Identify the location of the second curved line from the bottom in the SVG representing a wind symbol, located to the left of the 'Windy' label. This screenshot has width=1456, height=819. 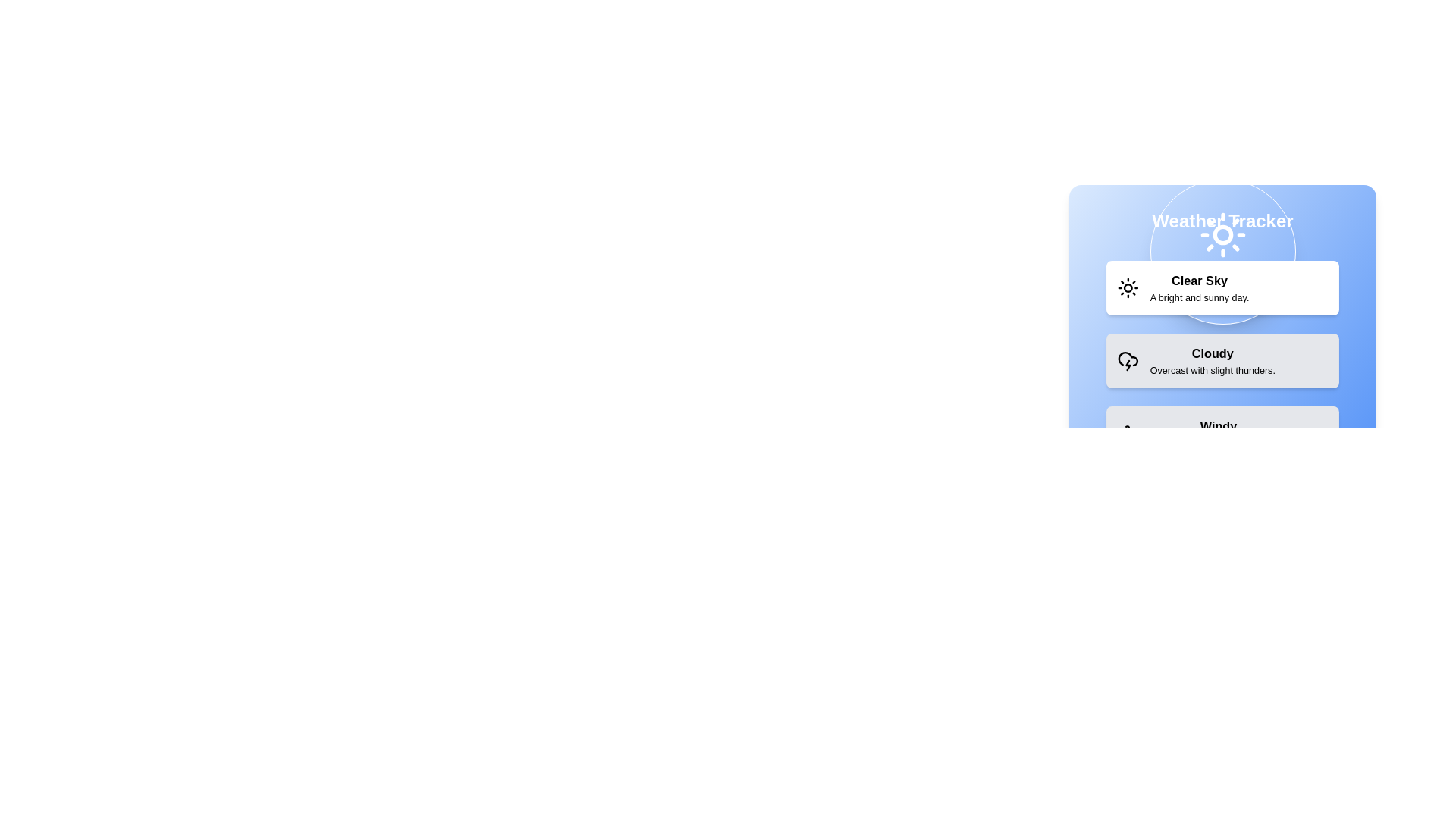
(1128, 431).